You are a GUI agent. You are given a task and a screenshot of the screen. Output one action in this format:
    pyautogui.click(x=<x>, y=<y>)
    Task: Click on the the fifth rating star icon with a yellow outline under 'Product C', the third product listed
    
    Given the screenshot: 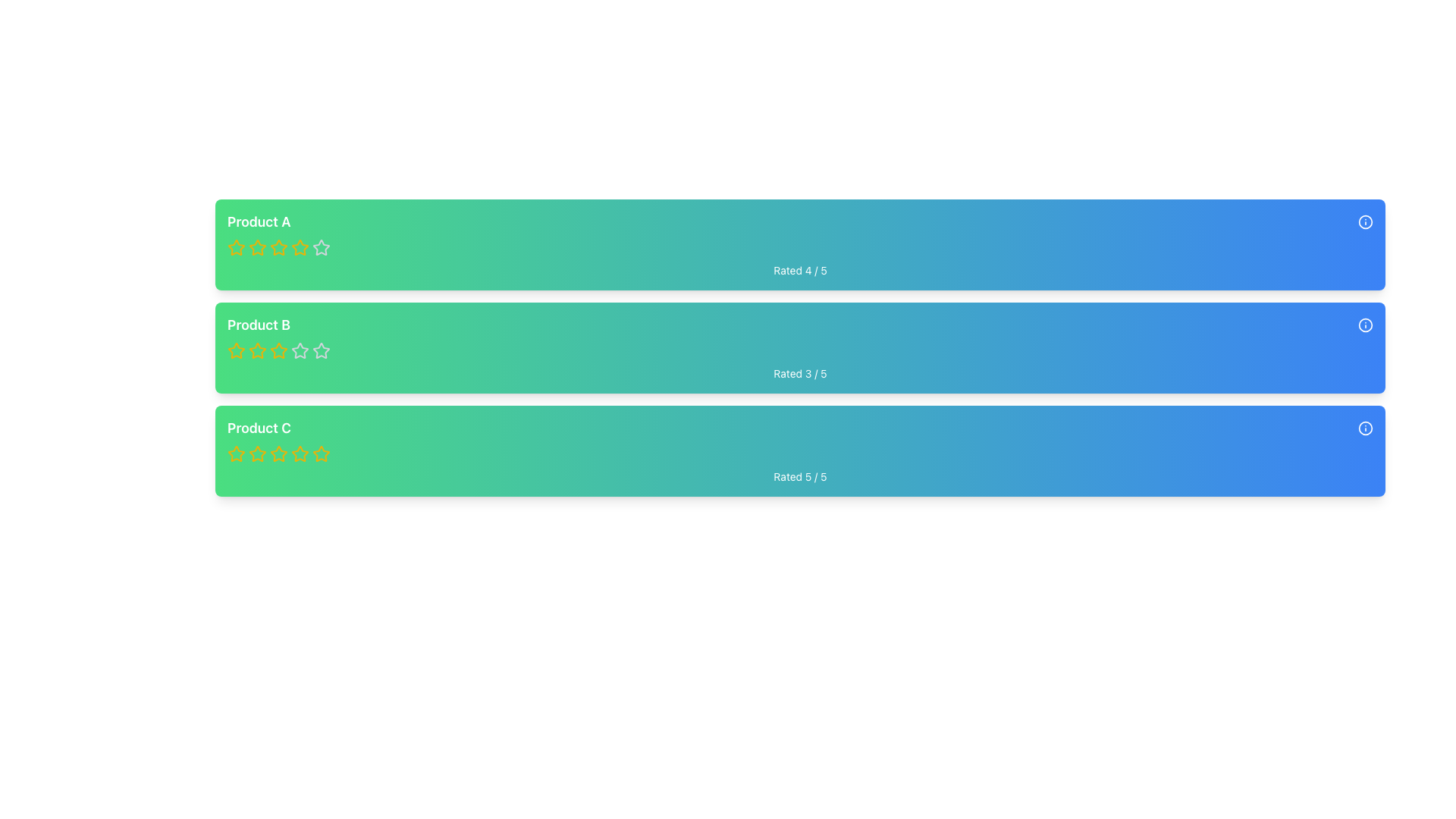 What is the action you would take?
    pyautogui.click(x=279, y=453)
    